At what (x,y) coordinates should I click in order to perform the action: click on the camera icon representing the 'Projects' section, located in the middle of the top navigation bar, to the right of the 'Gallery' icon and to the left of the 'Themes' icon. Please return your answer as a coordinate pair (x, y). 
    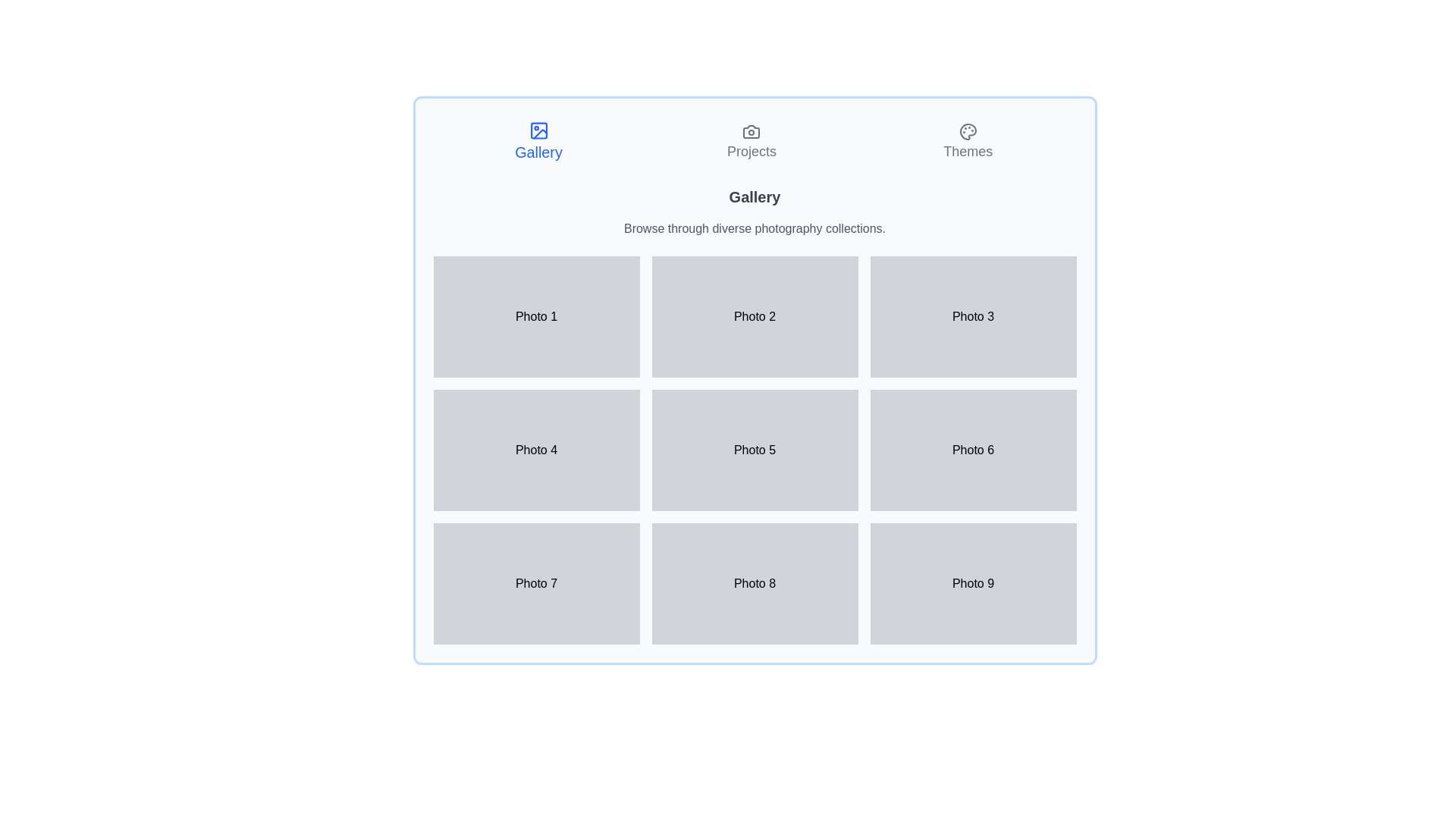
    Looking at the image, I should click on (752, 130).